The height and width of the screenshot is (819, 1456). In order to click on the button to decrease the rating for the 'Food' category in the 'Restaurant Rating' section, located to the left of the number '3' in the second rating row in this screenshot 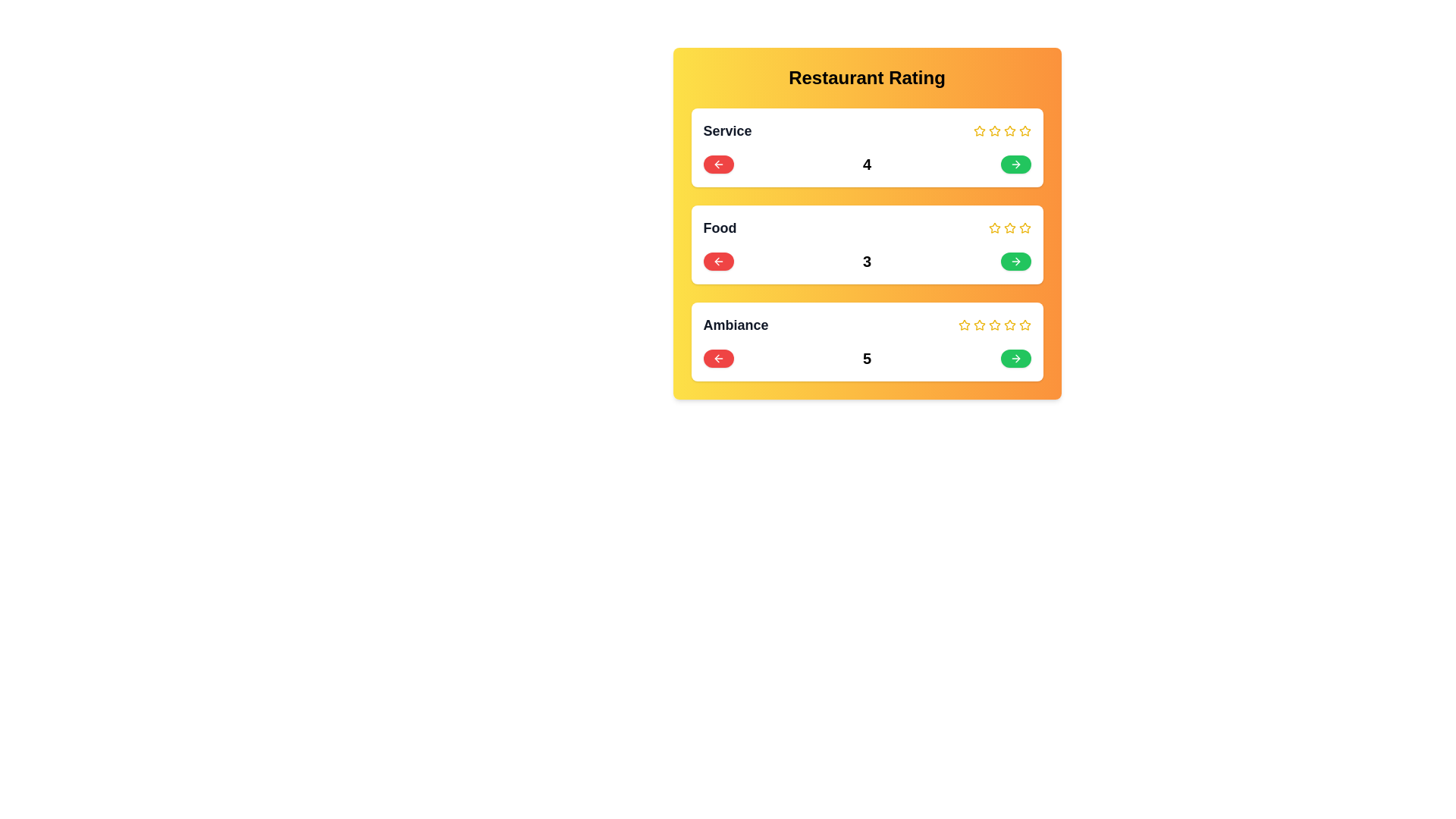, I will do `click(717, 260)`.